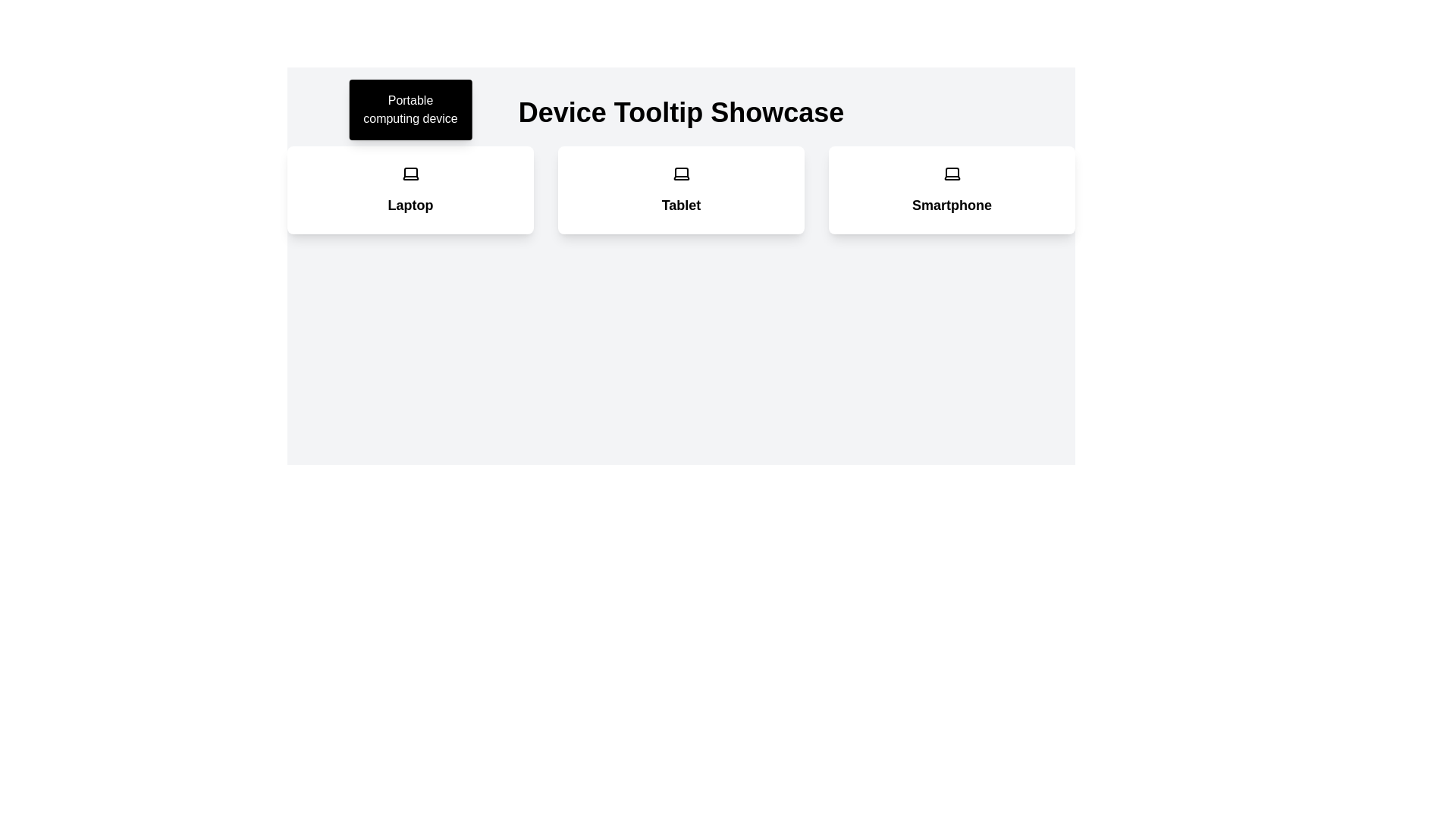  Describe the element at coordinates (951, 205) in the screenshot. I see `the bold text label reading 'Smartphone' located at the bottom-center of the rightmost card, positioned below a laptop icon` at that location.